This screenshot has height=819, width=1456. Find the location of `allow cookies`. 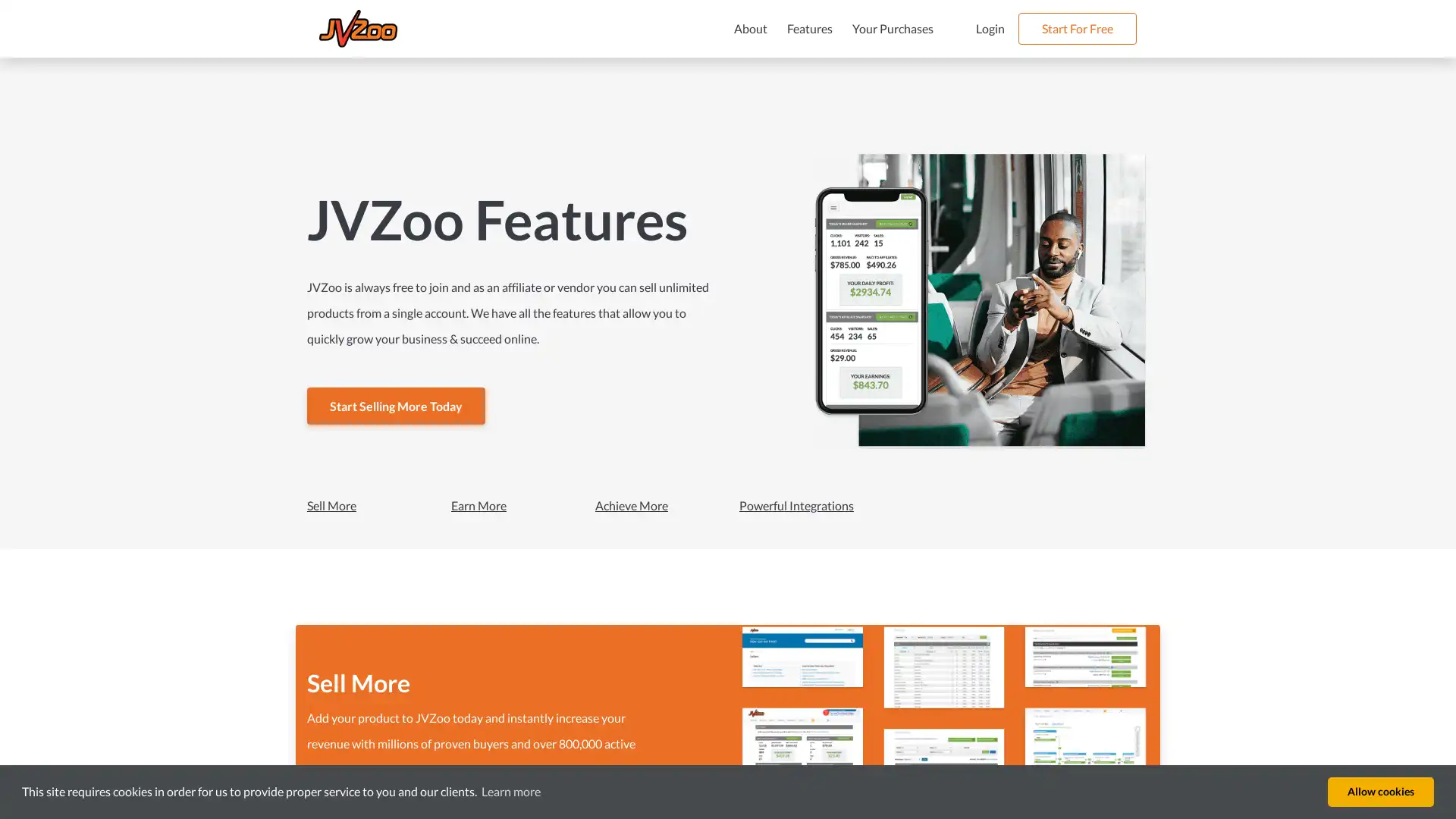

allow cookies is located at coordinates (1380, 791).